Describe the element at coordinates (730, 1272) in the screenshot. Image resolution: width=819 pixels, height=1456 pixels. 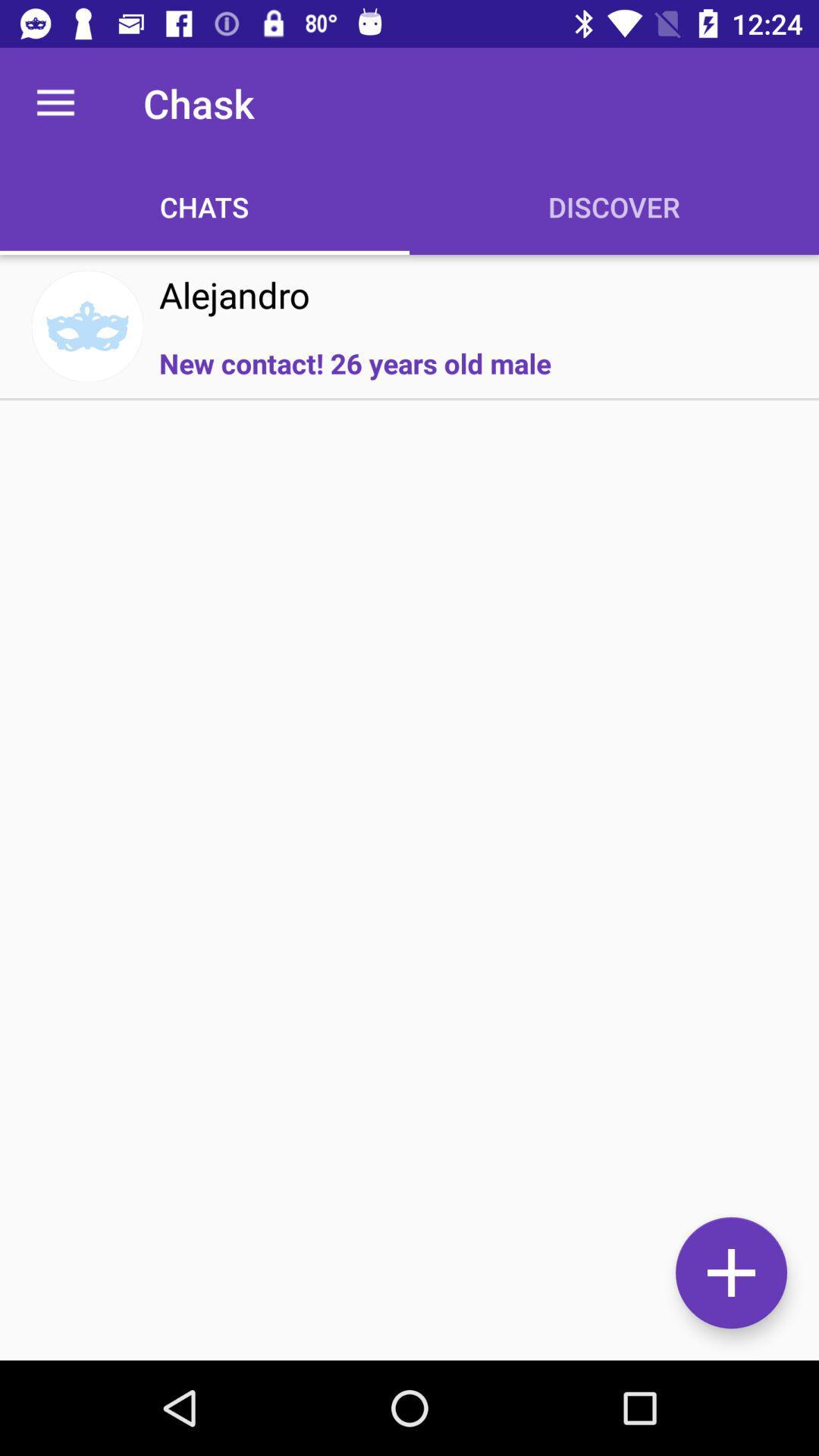
I see `icon at the bottom right corner` at that location.